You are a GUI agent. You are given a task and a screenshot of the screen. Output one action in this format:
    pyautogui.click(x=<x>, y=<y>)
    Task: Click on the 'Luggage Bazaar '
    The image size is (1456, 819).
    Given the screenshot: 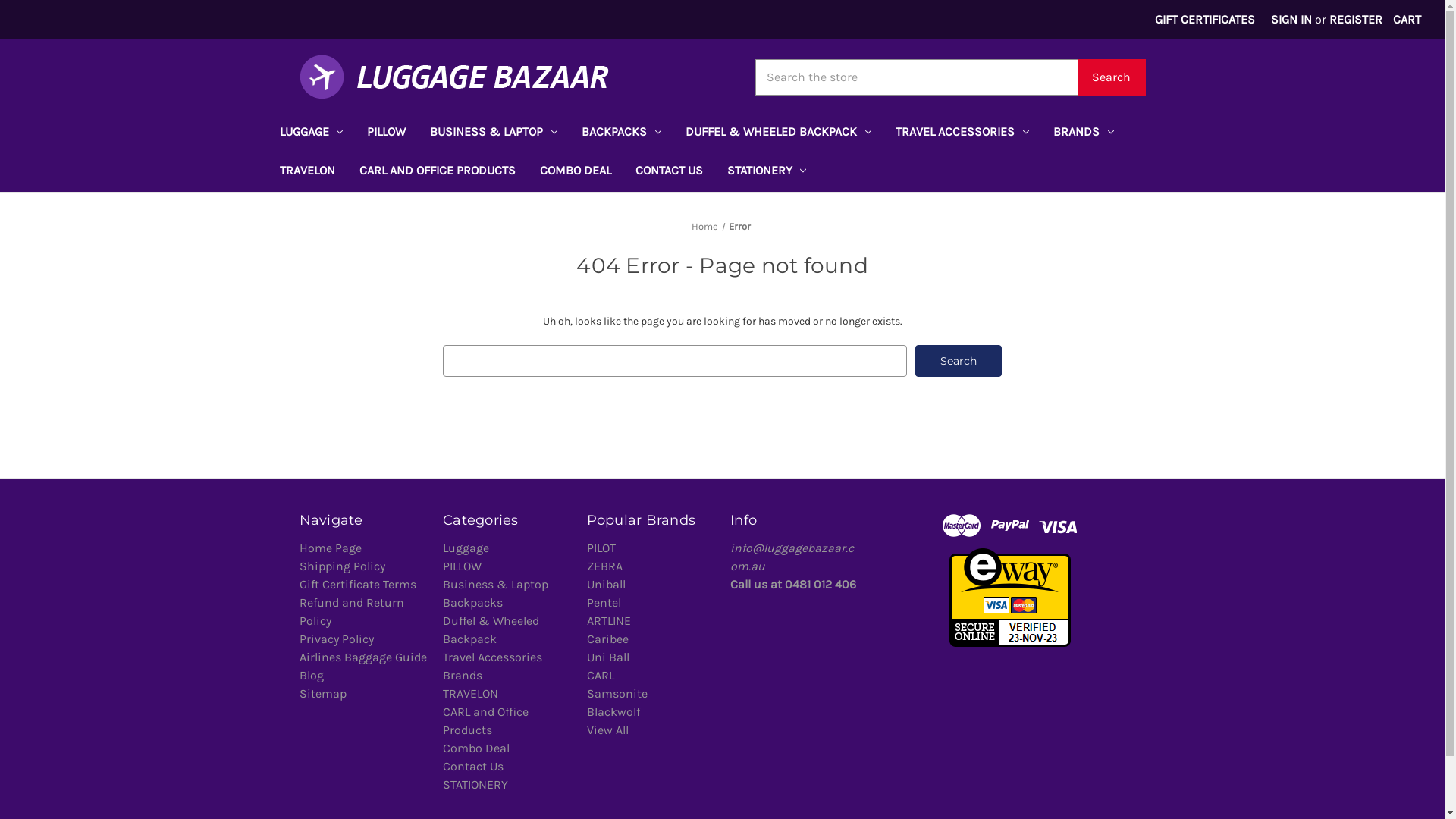 What is the action you would take?
    pyautogui.click(x=453, y=77)
    